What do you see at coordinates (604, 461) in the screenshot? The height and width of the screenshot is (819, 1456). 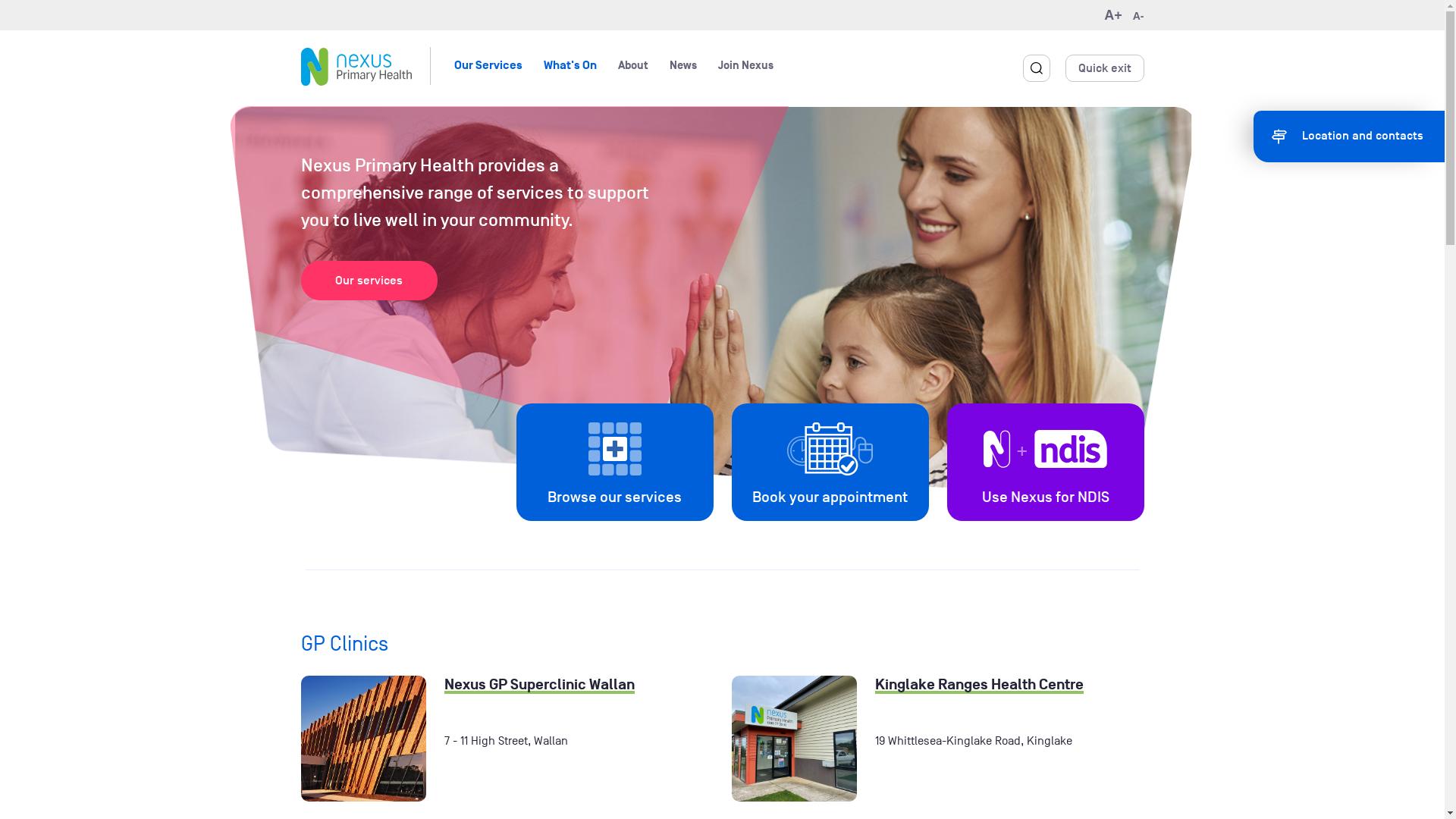 I see `'Browse our services'` at bounding box center [604, 461].